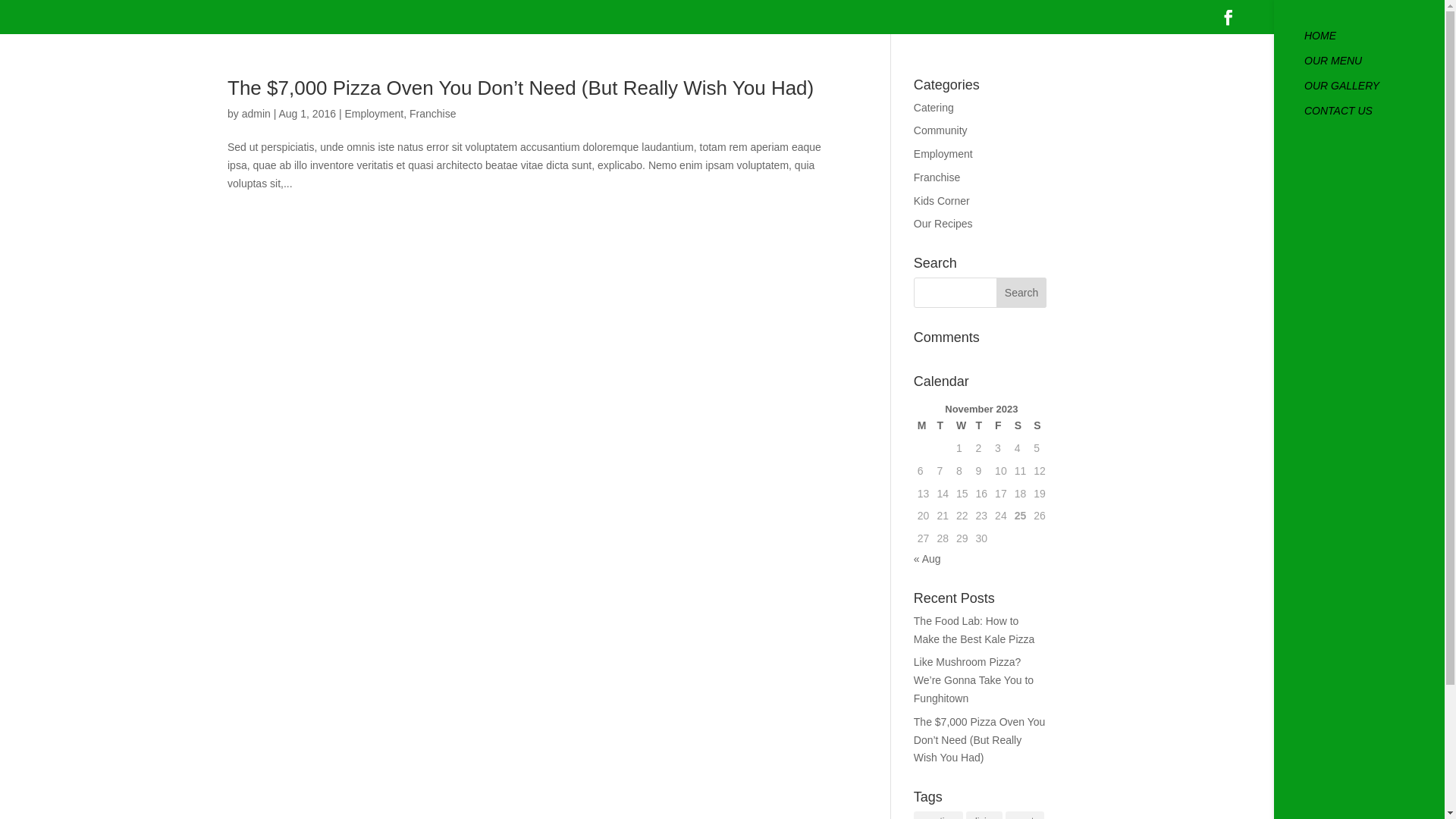 The image size is (1456, 819). I want to click on 'Catering', so click(912, 107).